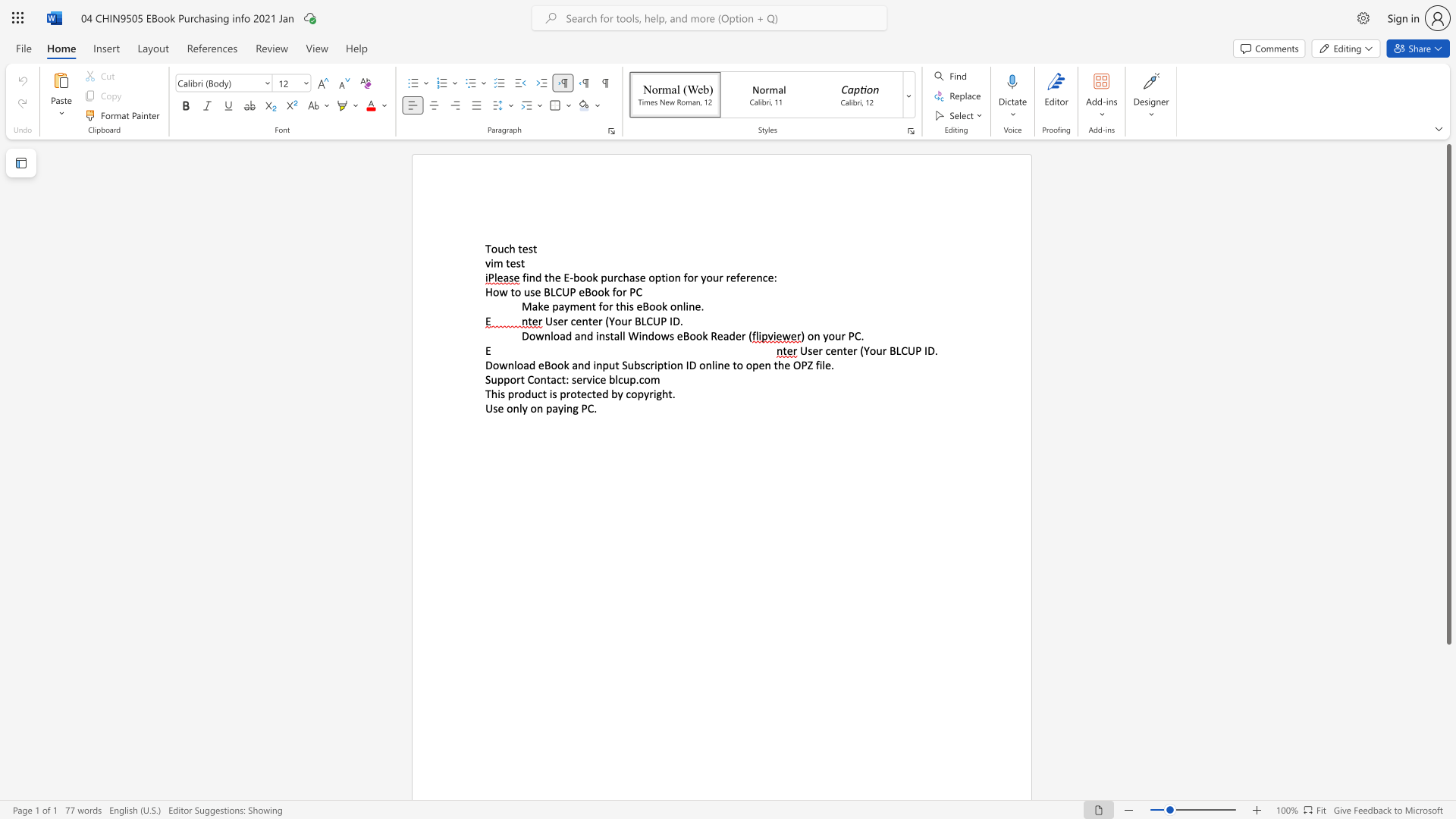 The image size is (1456, 819). I want to click on the subset text "ader" within the text "Download and install Windows eBook Reader (", so click(722, 335).